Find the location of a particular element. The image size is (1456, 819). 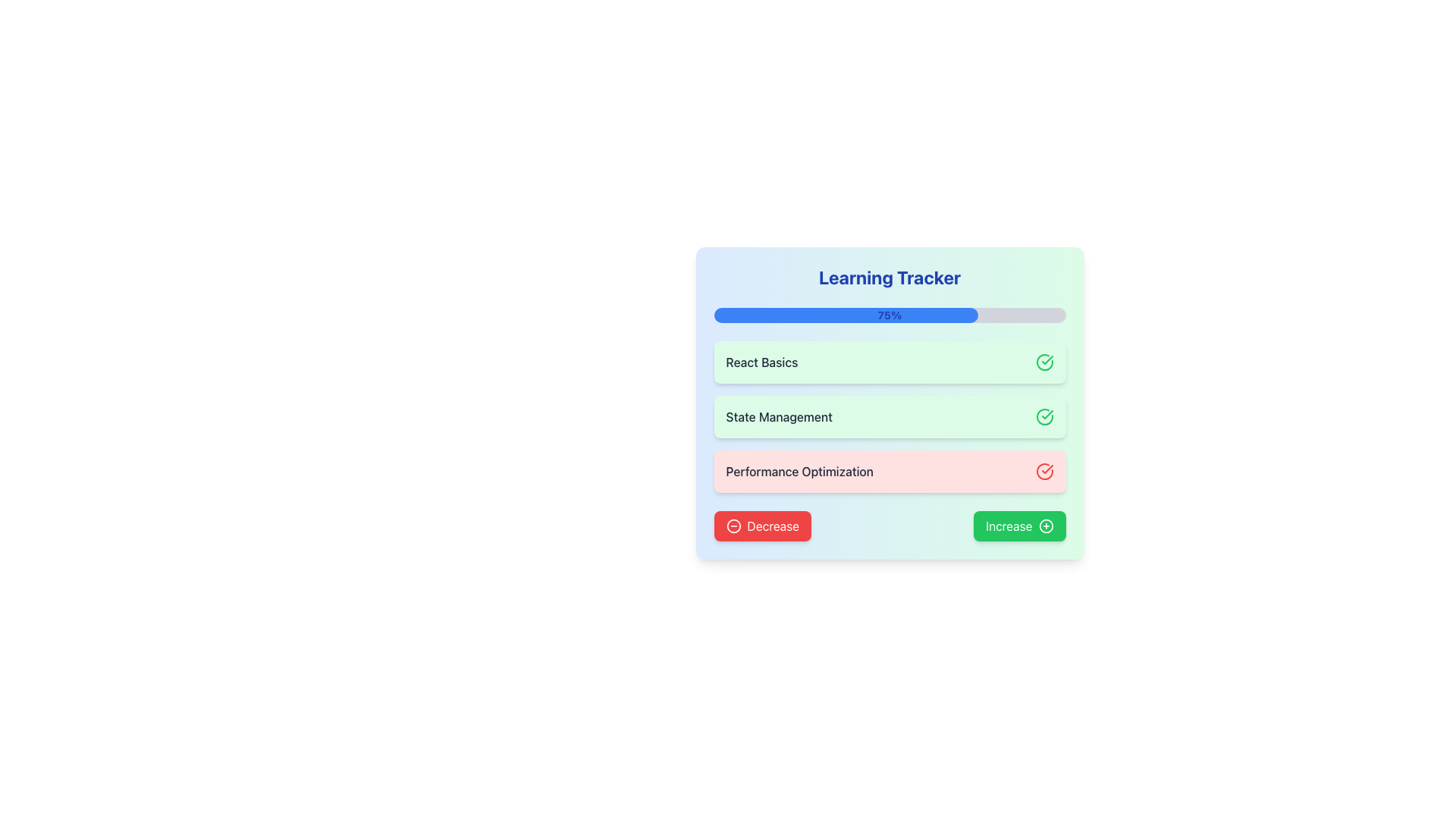

the decorative icon located on the right side of the 'Increase' button at the bottom-right of the Learning Tracker interface is located at coordinates (1045, 526).